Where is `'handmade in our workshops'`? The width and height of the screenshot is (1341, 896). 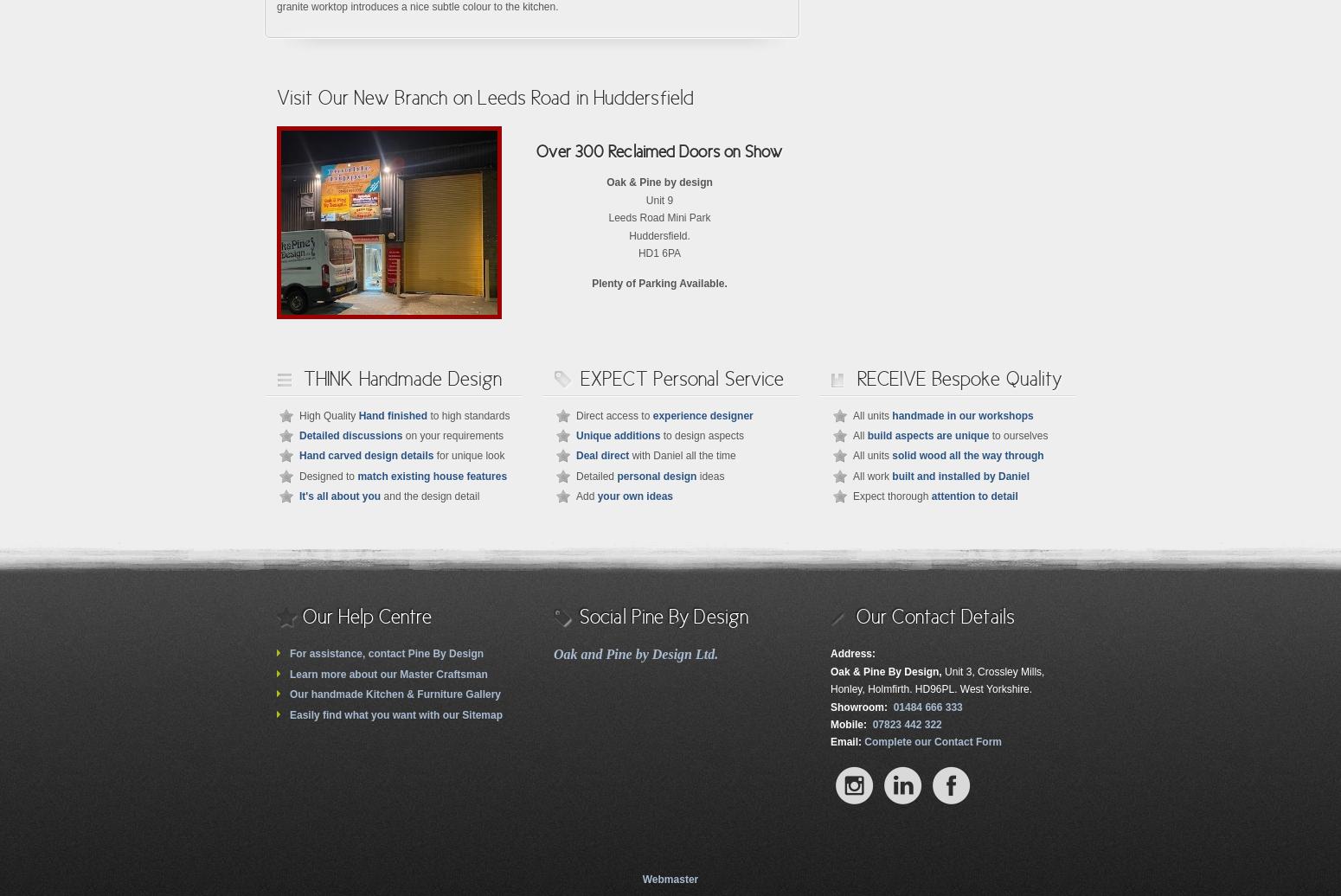 'handmade in our workshops' is located at coordinates (961, 414).